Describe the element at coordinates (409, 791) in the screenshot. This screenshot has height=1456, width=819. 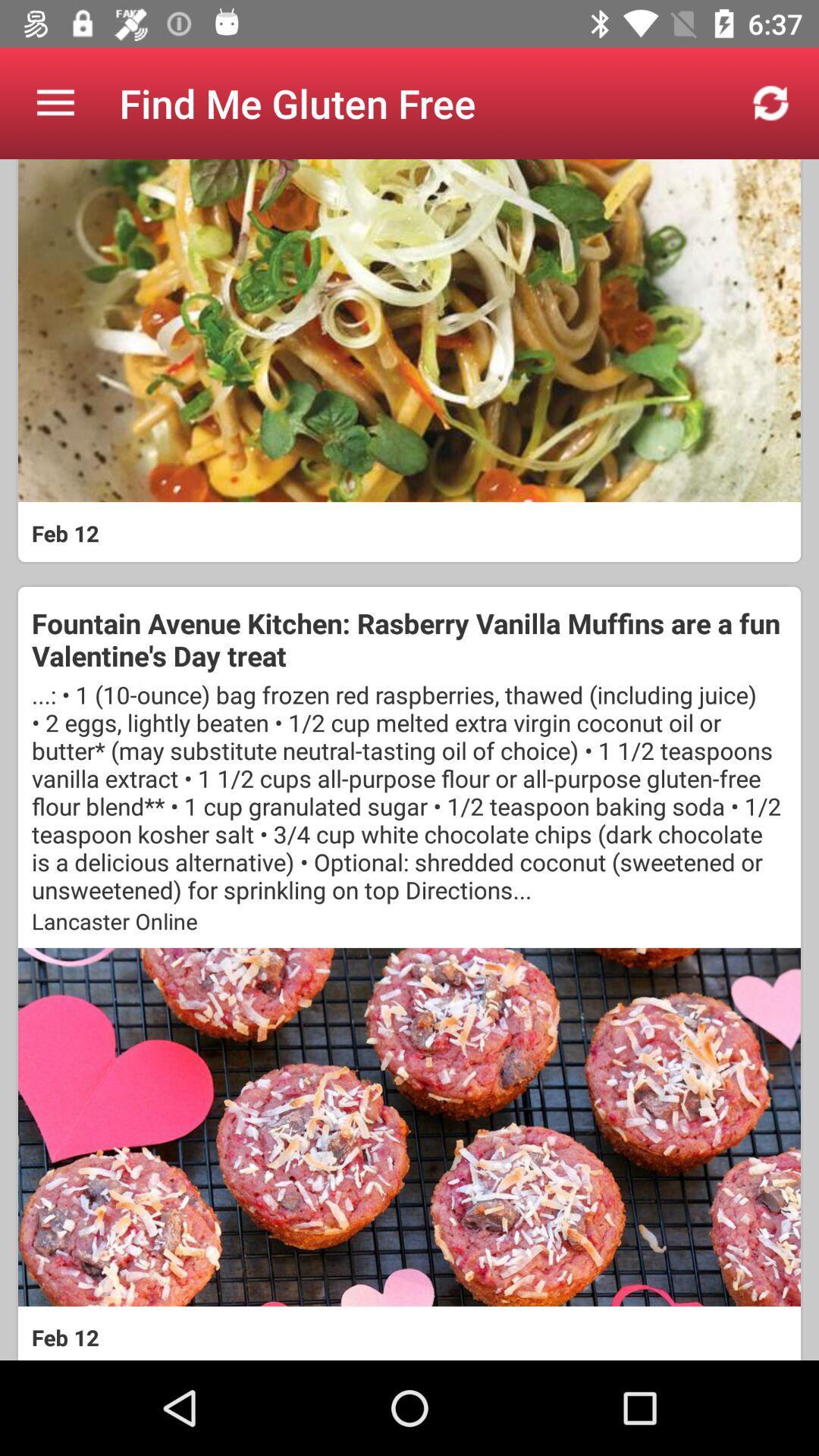
I see `the 1 10 ounce icon` at that location.